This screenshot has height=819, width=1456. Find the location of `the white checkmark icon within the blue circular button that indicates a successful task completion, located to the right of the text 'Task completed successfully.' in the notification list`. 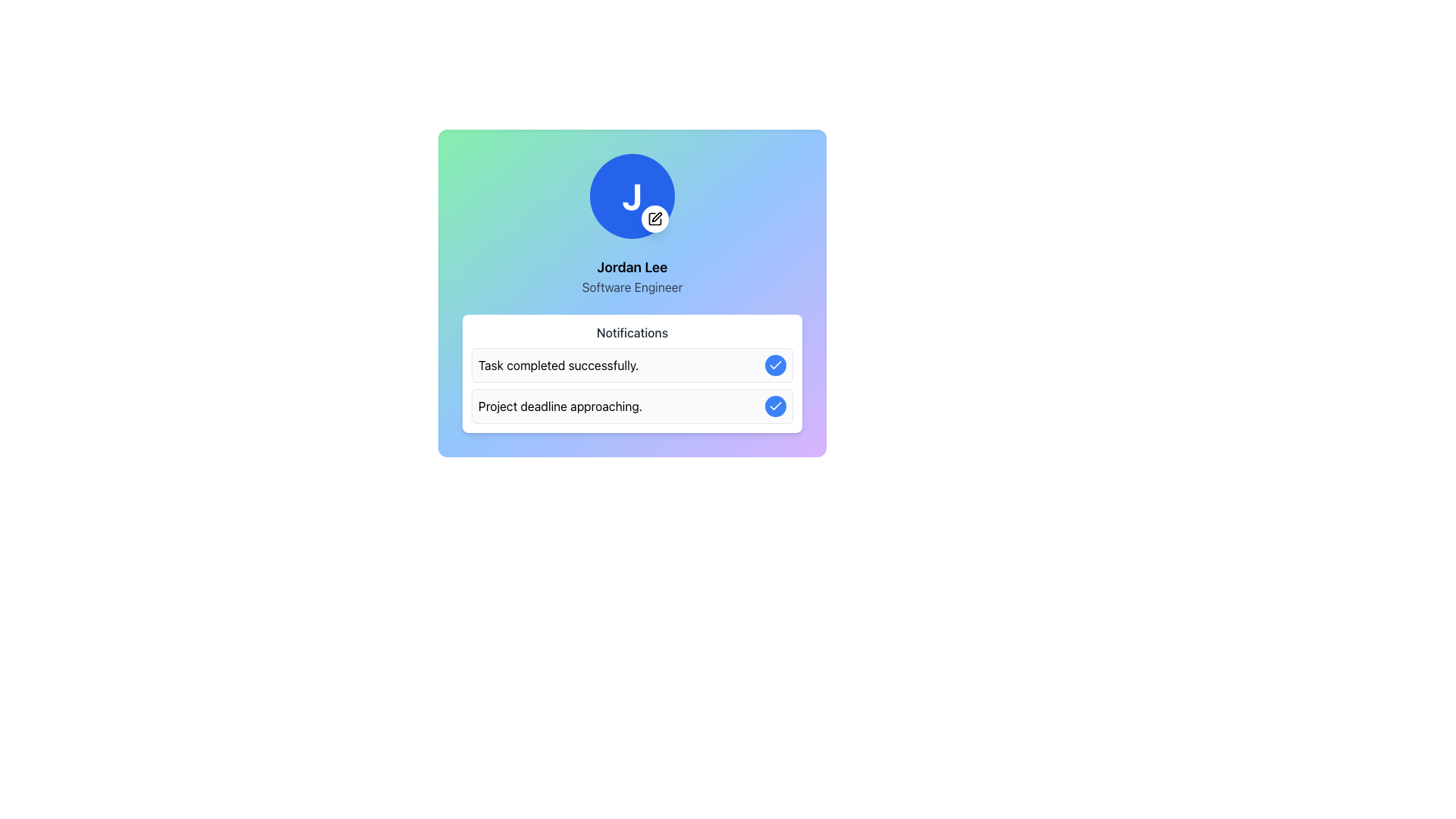

the white checkmark icon within the blue circular button that indicates a successful task completion, located to the right of the text 'Task completed successfully.' in the notification list is located at coordinates (775, 405).